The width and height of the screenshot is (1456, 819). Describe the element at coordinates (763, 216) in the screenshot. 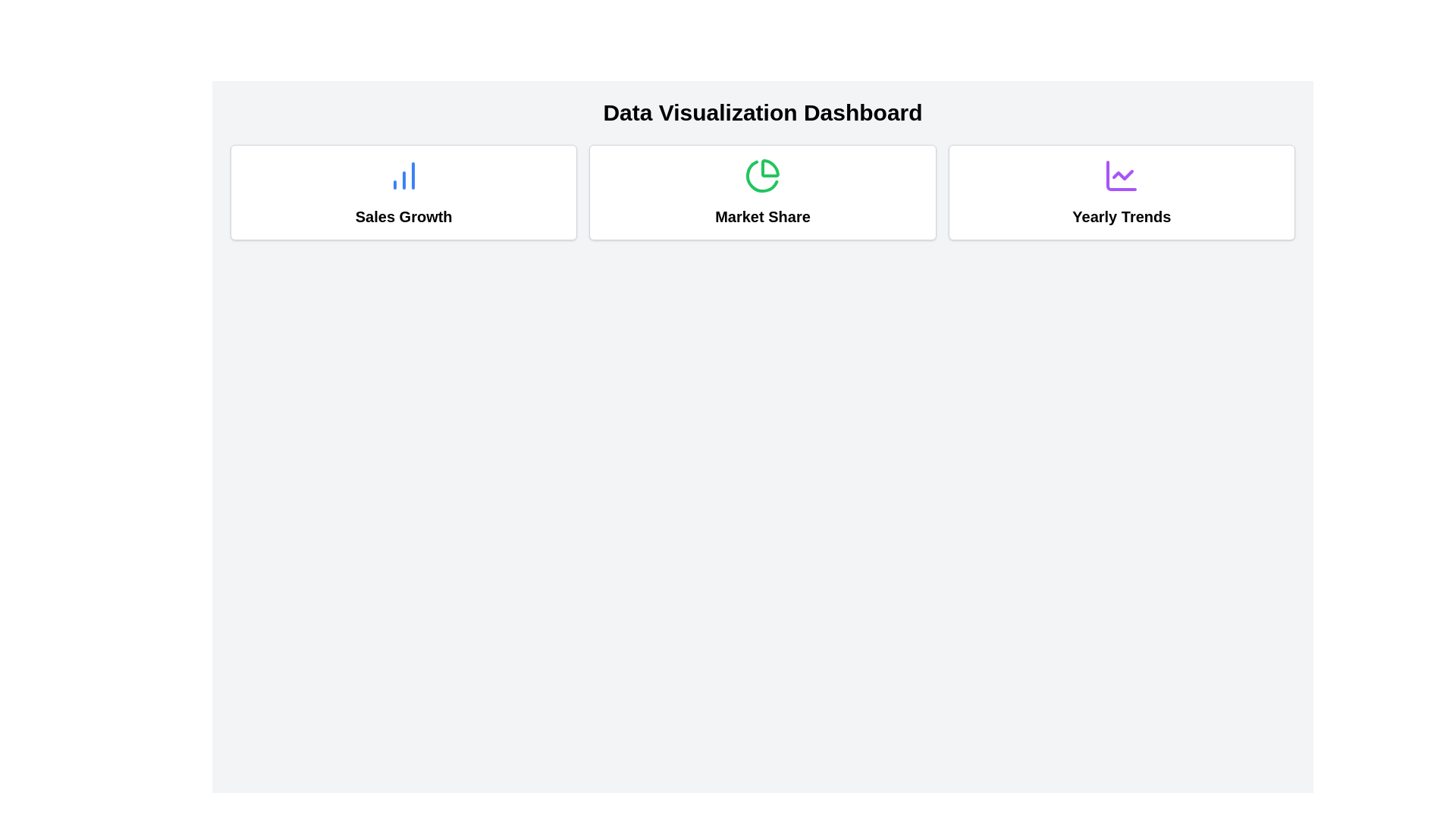

I see `the 'Market Share' label, which is styled with bold text and is positioned below the pie chart icon in the central box of the layout` at that location.